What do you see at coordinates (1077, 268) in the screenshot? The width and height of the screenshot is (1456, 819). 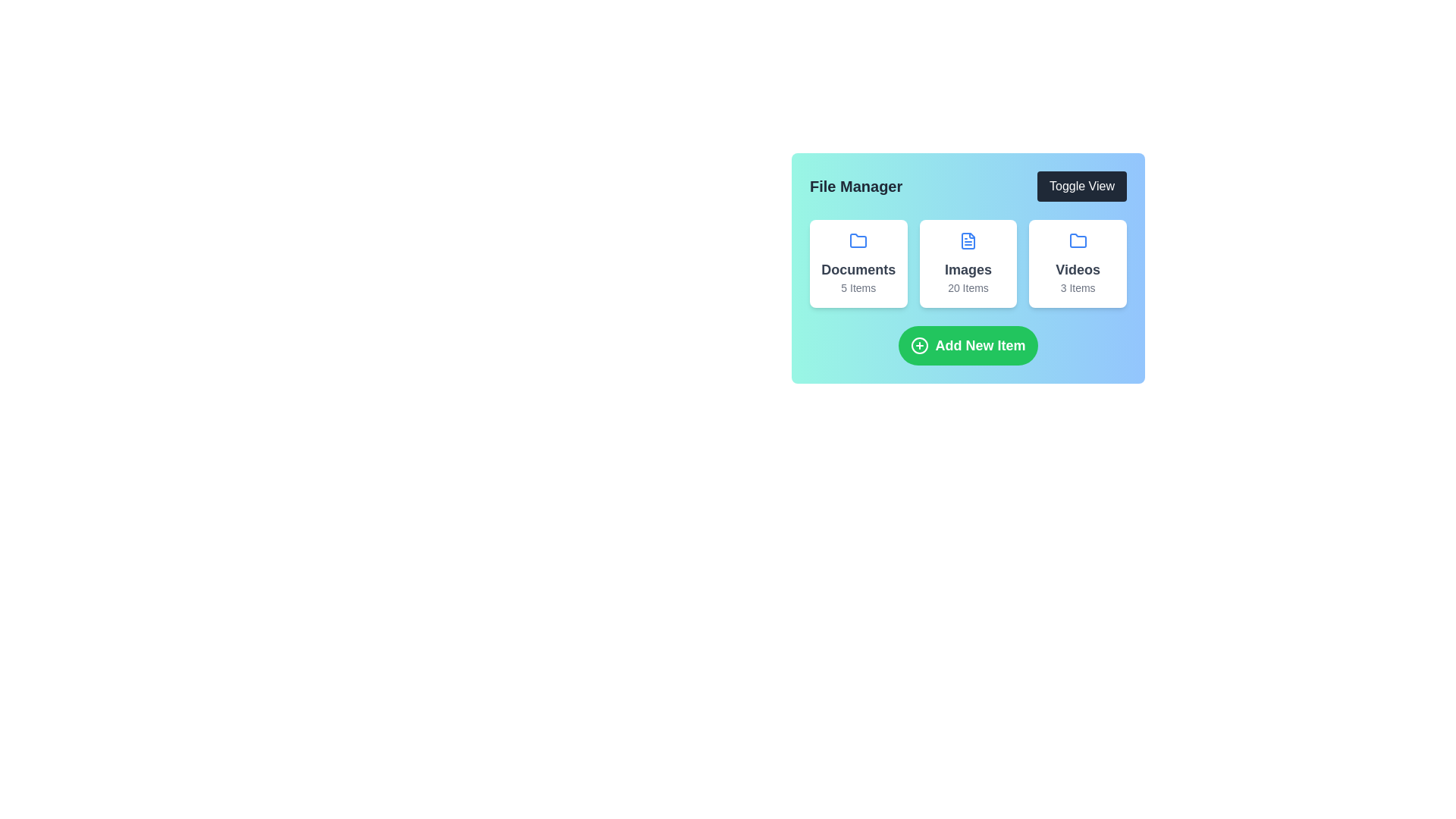 I see `the 'Videos' text label, which is part of the card layout on the right side of the interface, displayed in bold, large dark gray font, positioned below the folder icon and above the description '3 Items'` at bounding box center [1077, 268].